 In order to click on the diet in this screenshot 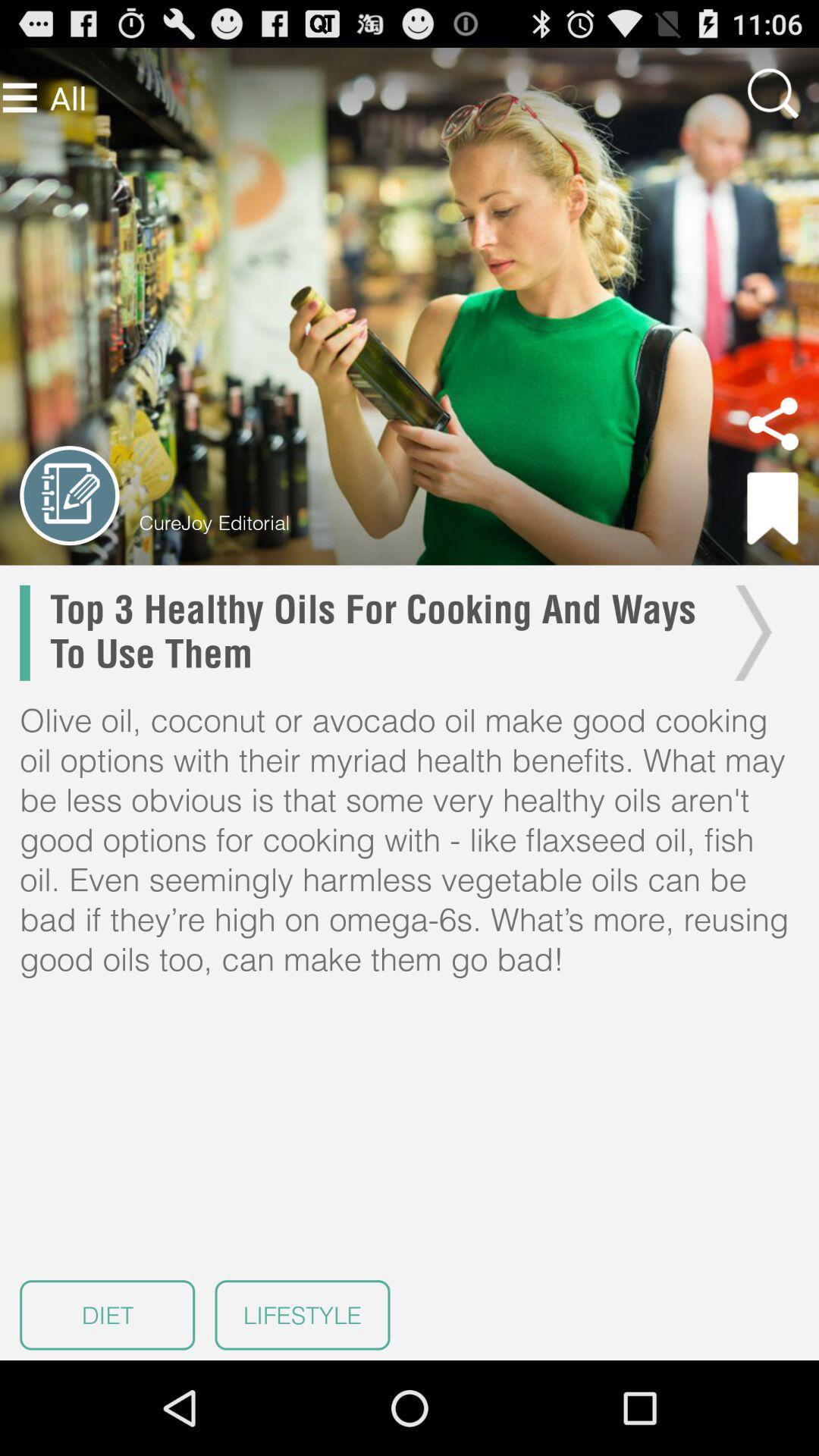, I will do `click(106, 1314)`.